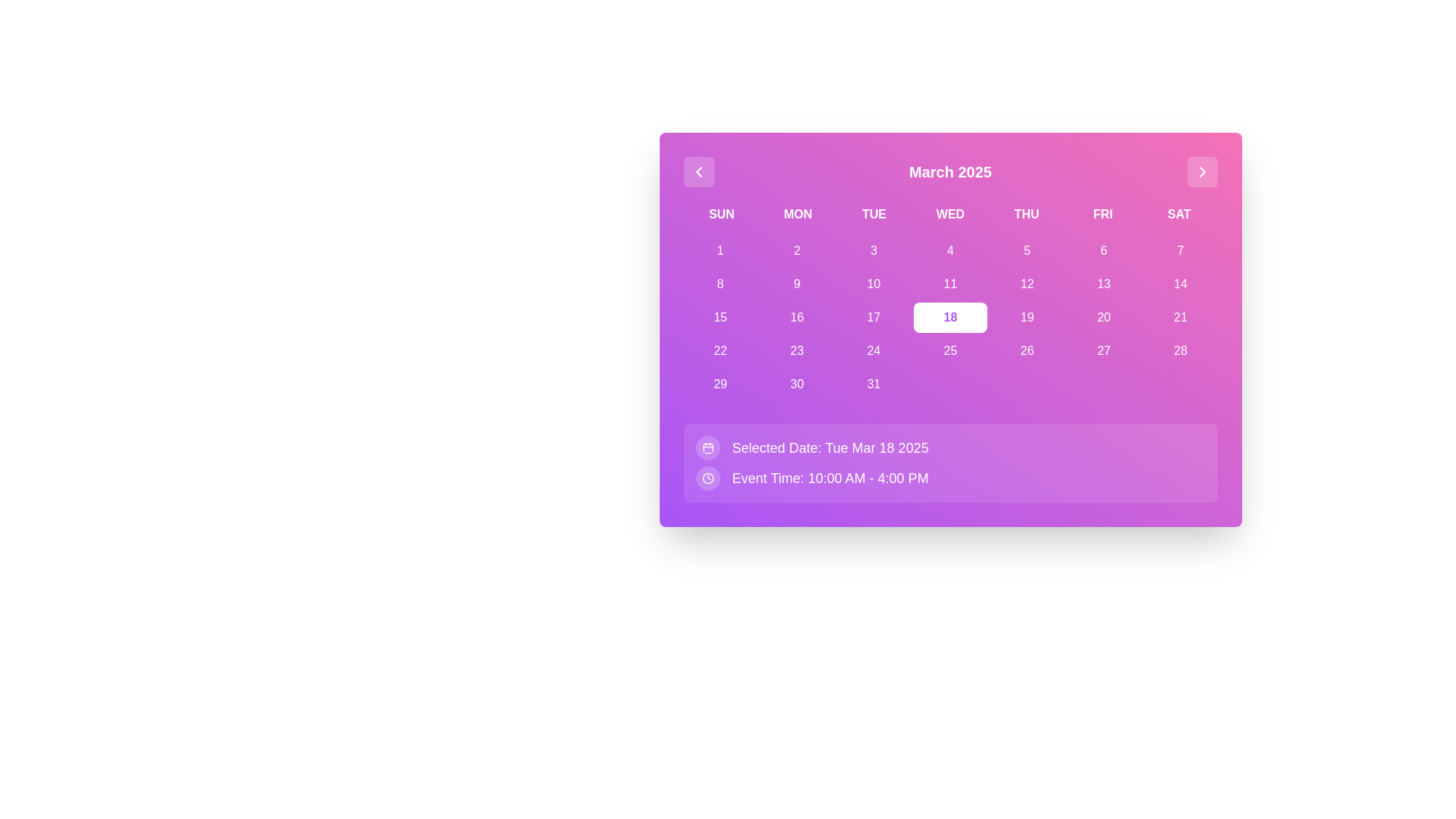 This screenshot has width=1456, height=819. What do you see at coordinates (1179, 317) in the screenshot?
I see `the button` at bounding box center [1179, 317].